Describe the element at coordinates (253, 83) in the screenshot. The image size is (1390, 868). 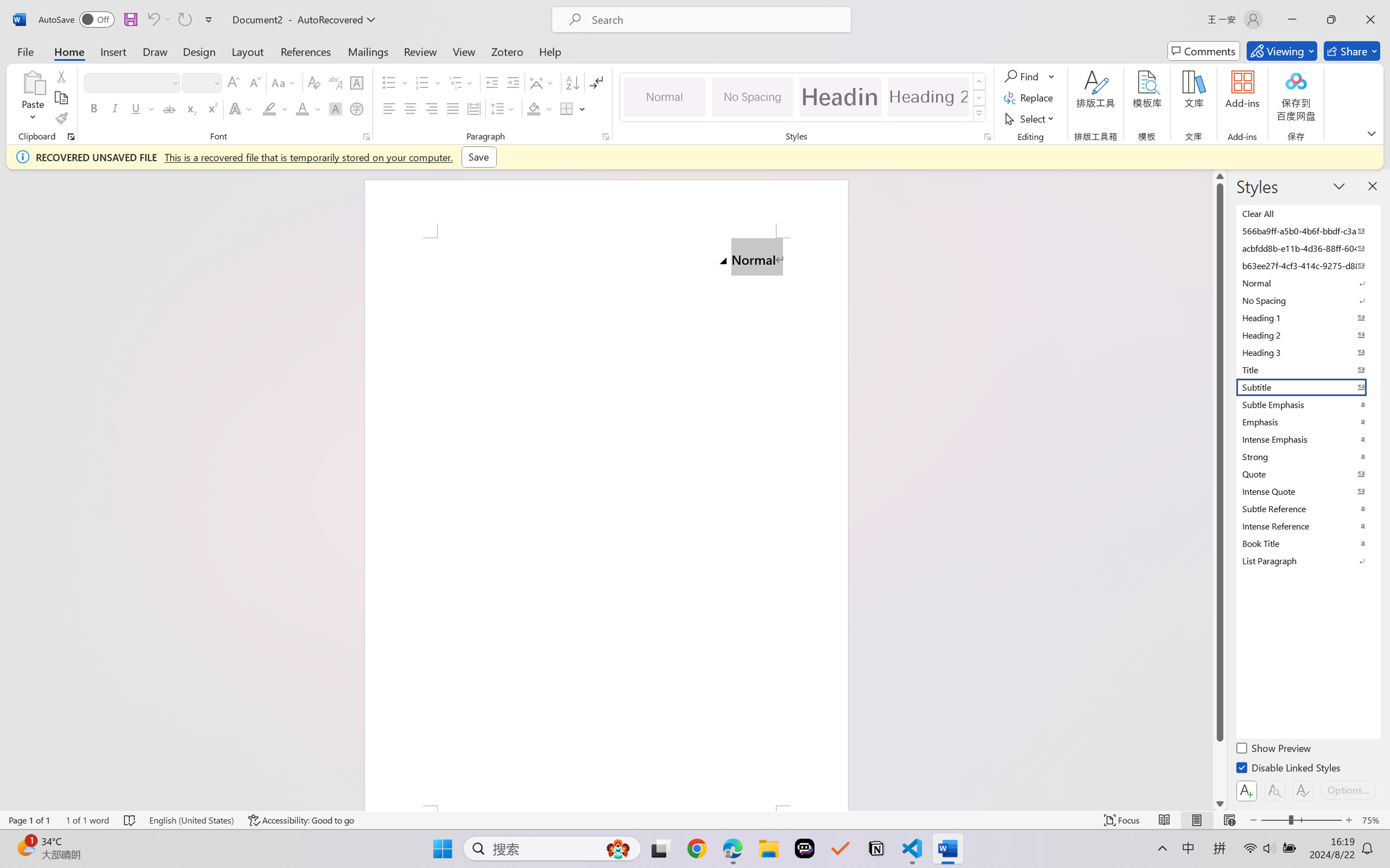
I see `'Shrink Font'` at that location.